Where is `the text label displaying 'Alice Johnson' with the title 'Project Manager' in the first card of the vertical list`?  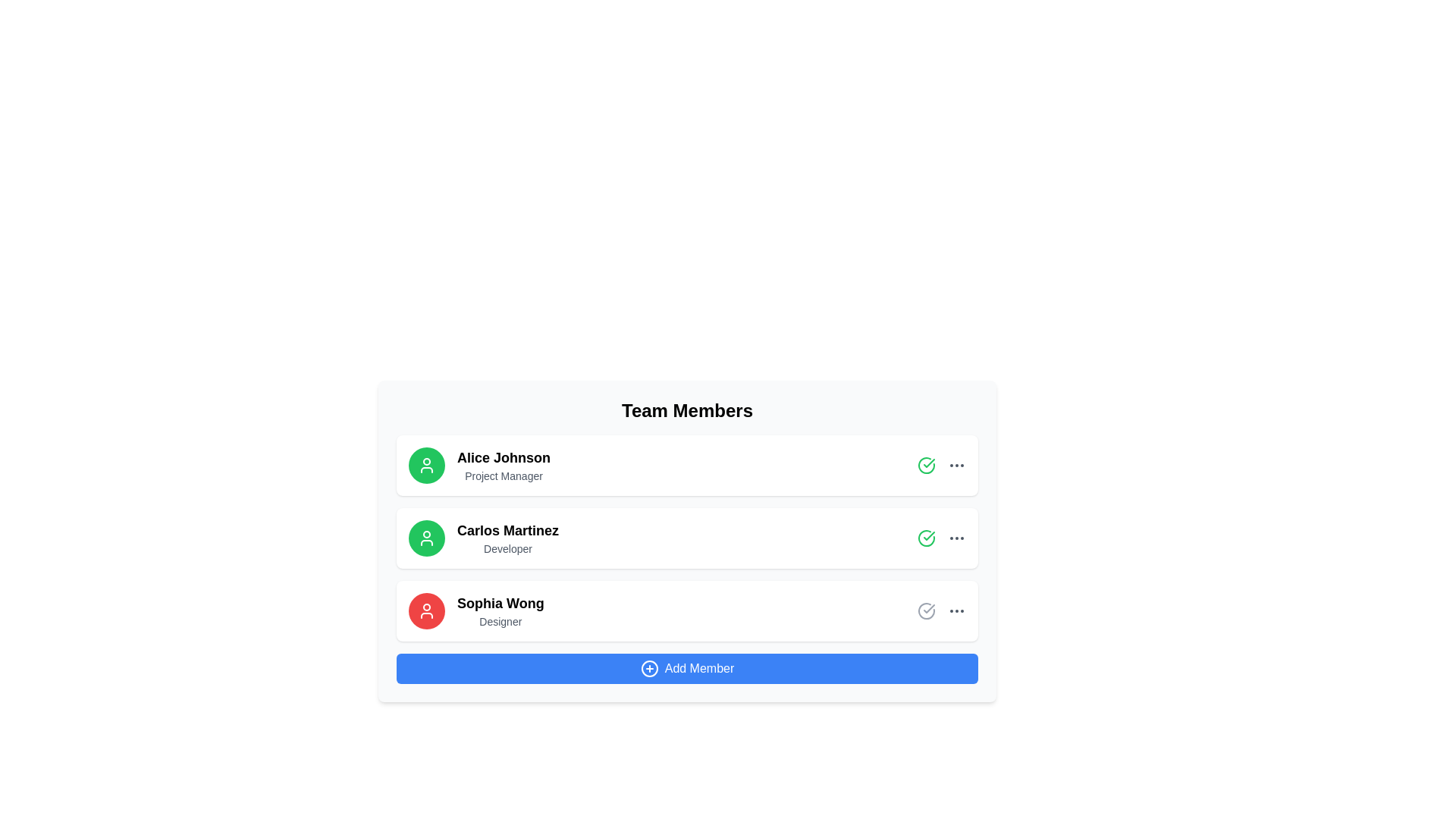 the text label displaying 'Alice Johnson' with the title 'Project Manager' in the first card of the vertical list is located at coordinates (504, 464).